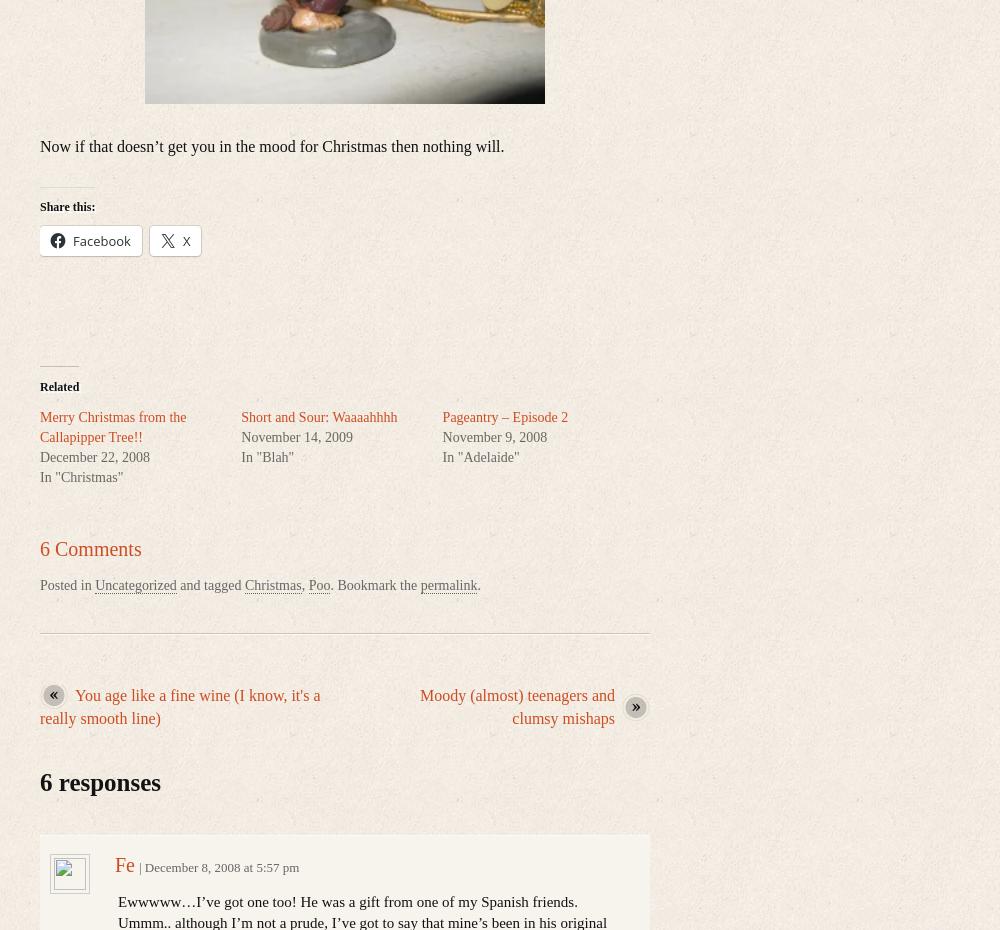 The height and width of the screenshot is (930, 1000). I want to click on 'permalink', so click(420, 584).